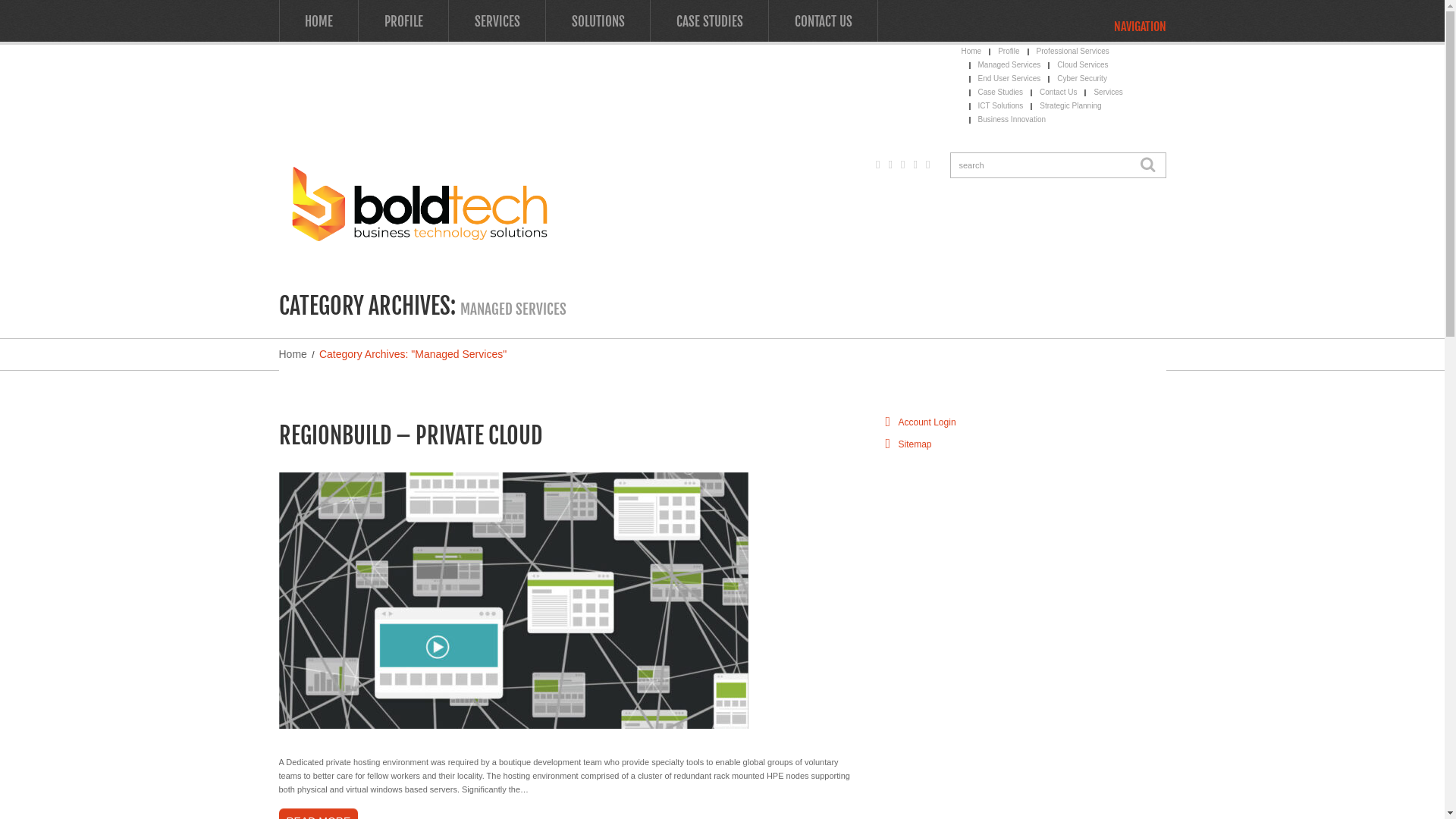  Describe the element at coordinates (1081, 64) in the screenshot. I see `'Cloud Services'` at that location.